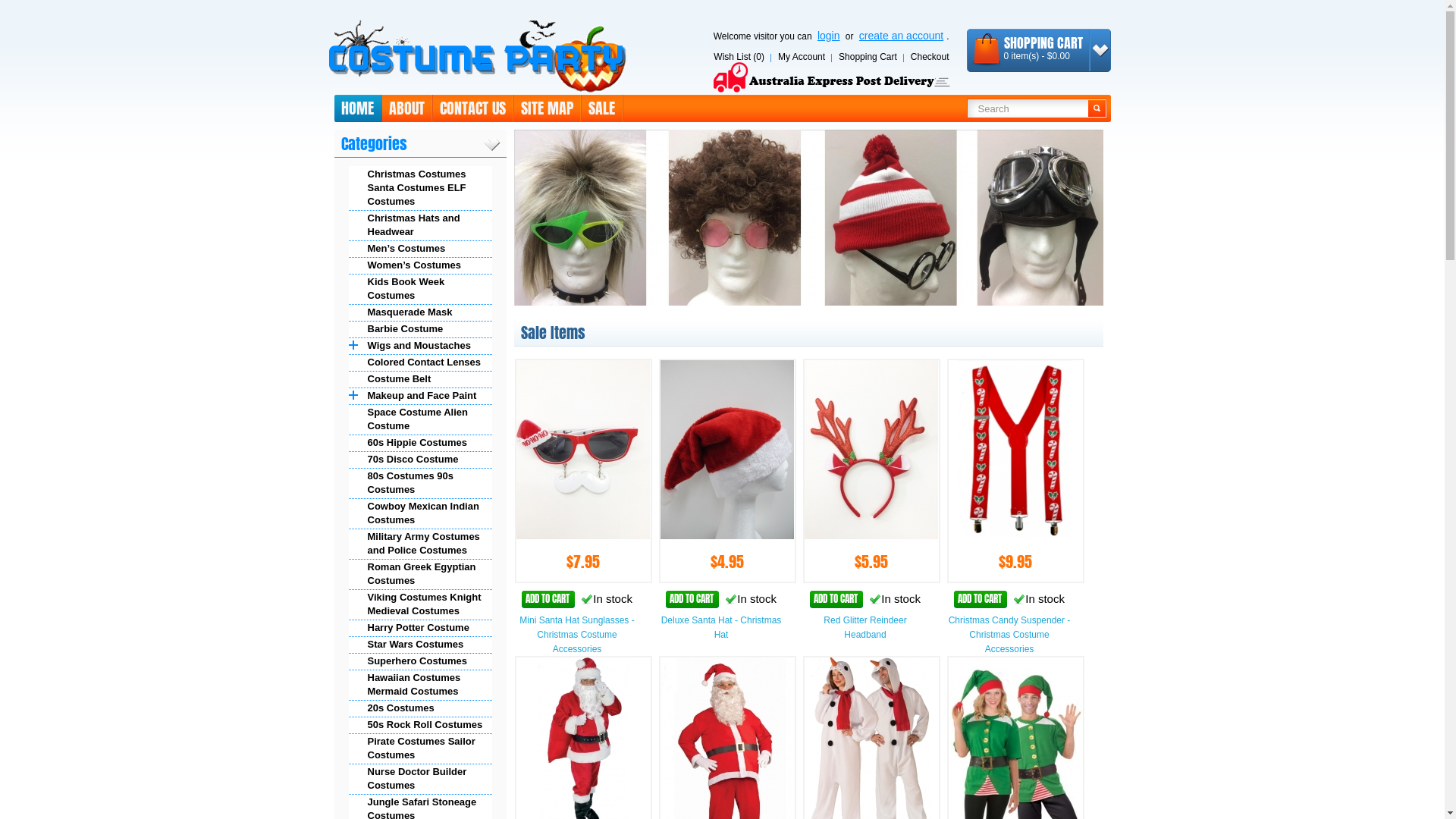  What do you see at coordinates (420, 724) in the screenshot?
I see `'50s Rock Roll Costumes'` at bounding box center [420, 724].